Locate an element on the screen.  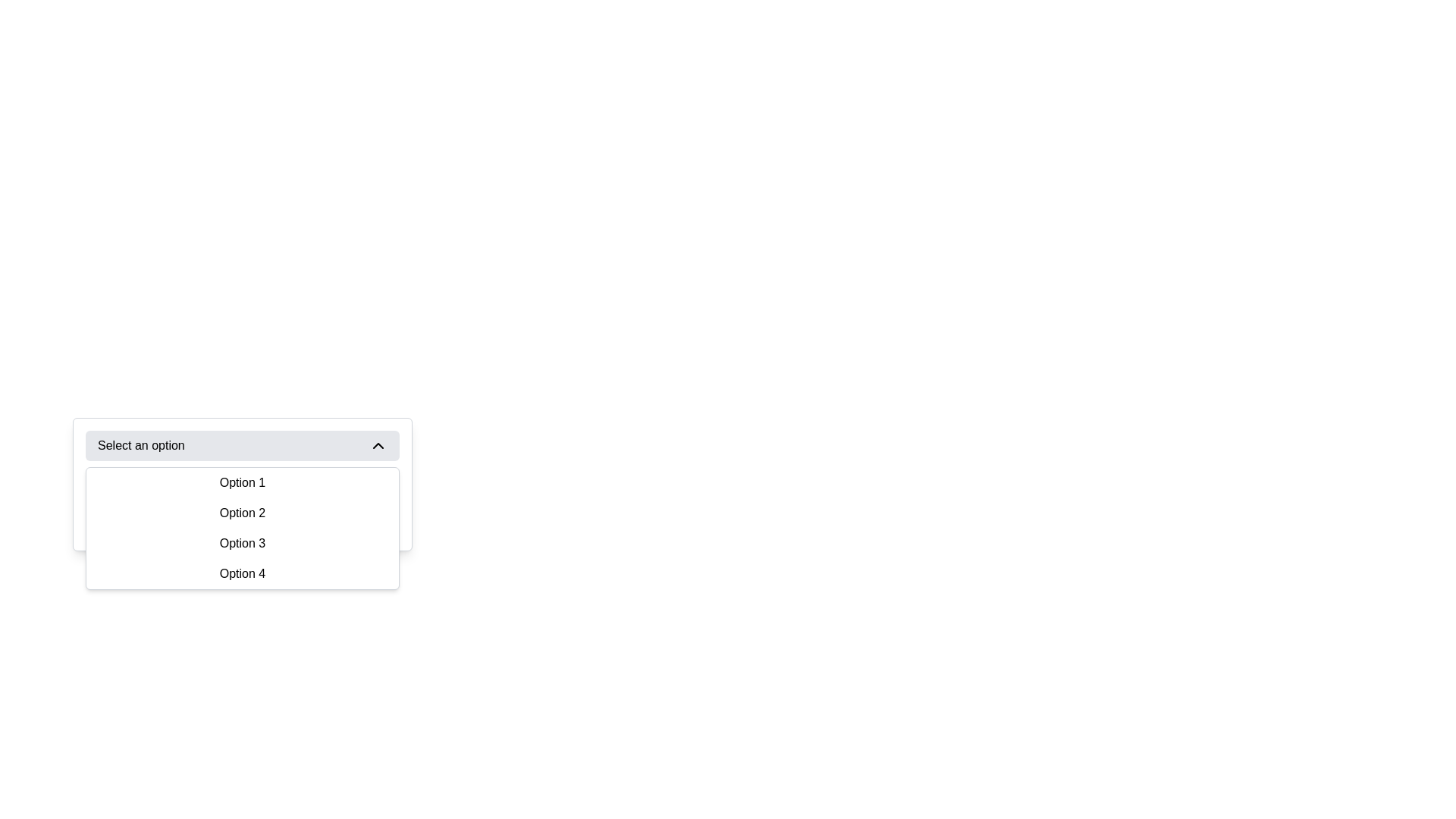
the second item in the dropdown menu is located at coordinates (243, 513).